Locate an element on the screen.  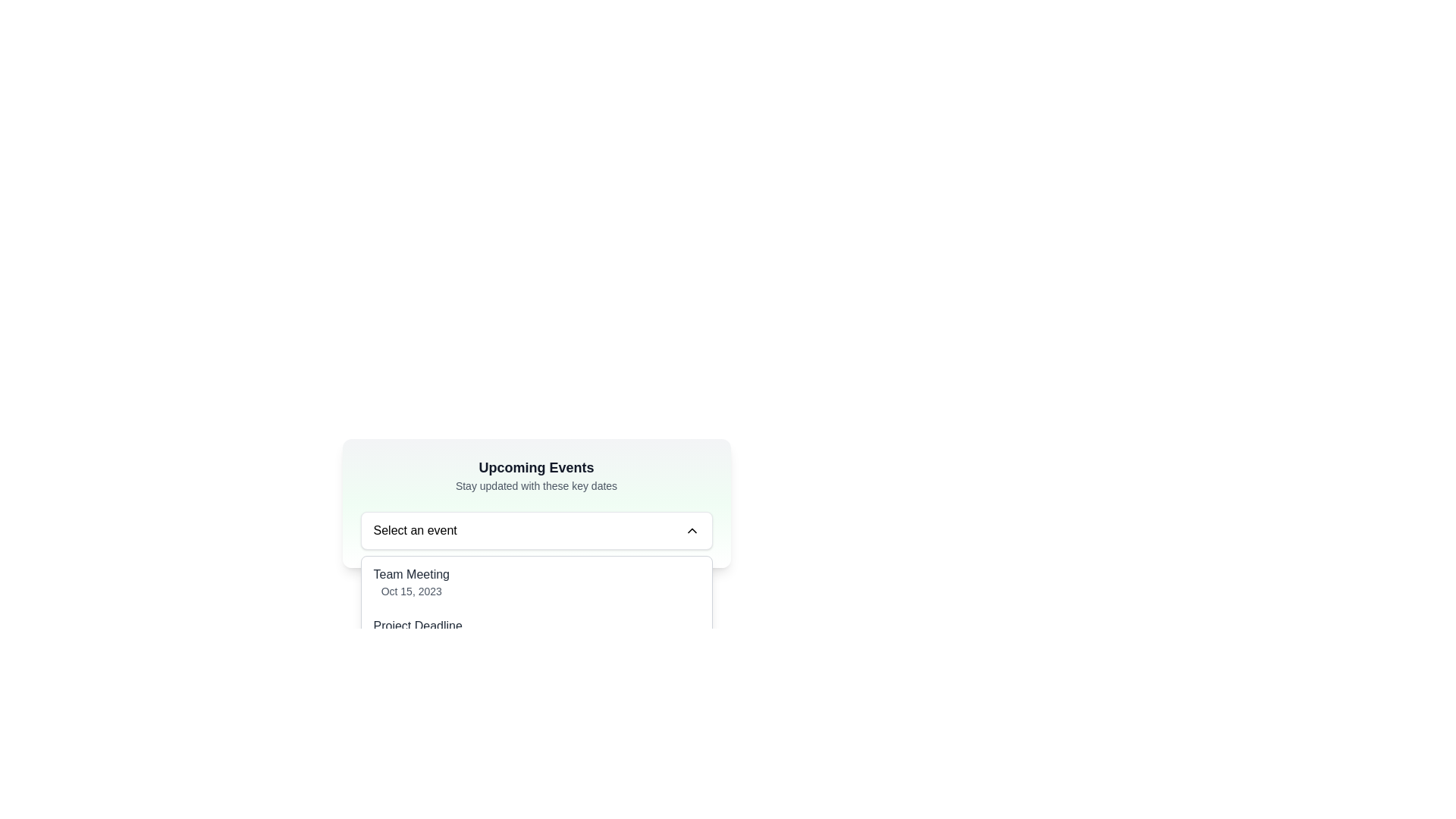
the Dropdown menu located in the 'Upcoming Events' section under the subtitle 'Stay updated with these key dates' is located at coordinates (536, 529).